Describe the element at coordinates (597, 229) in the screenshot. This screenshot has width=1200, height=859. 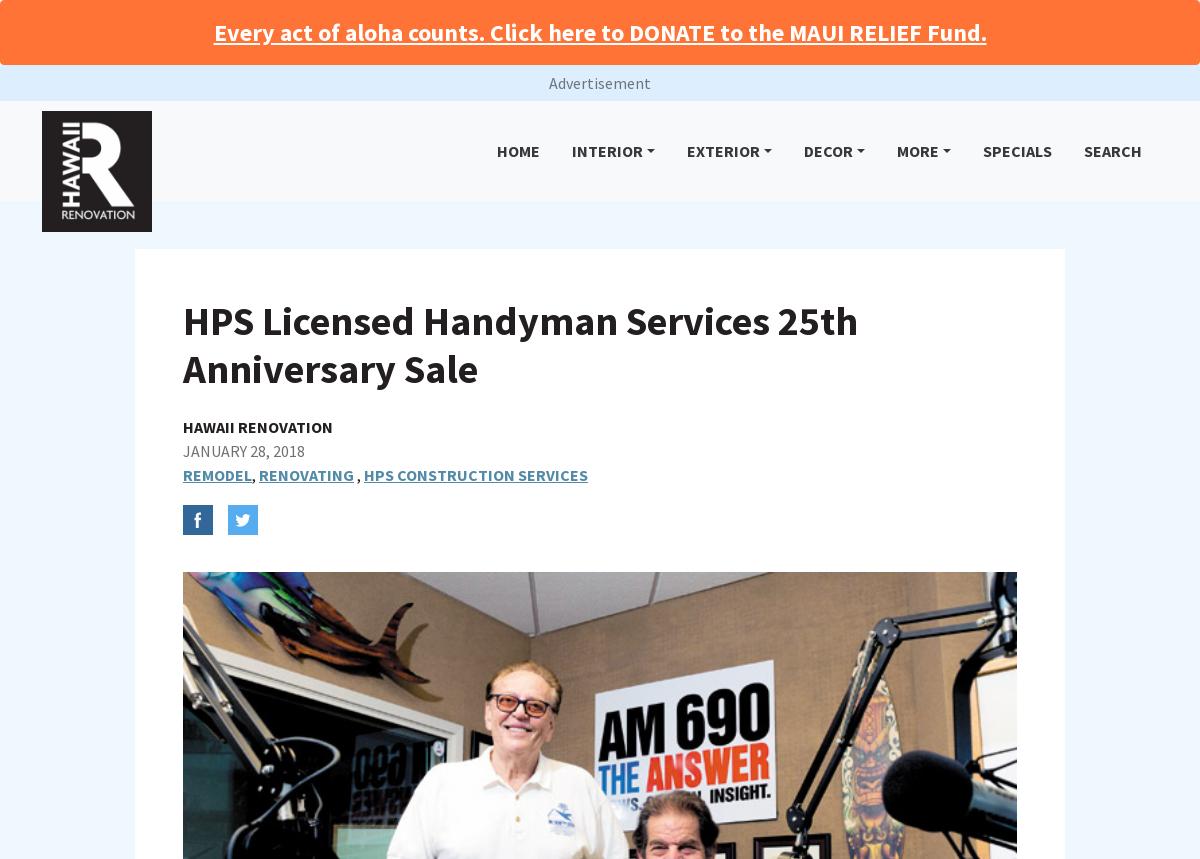
I see `'Peters, urges to always get the proposed scope of work, cost, payment terms, and the person’s true identity in writing.'` at that location.